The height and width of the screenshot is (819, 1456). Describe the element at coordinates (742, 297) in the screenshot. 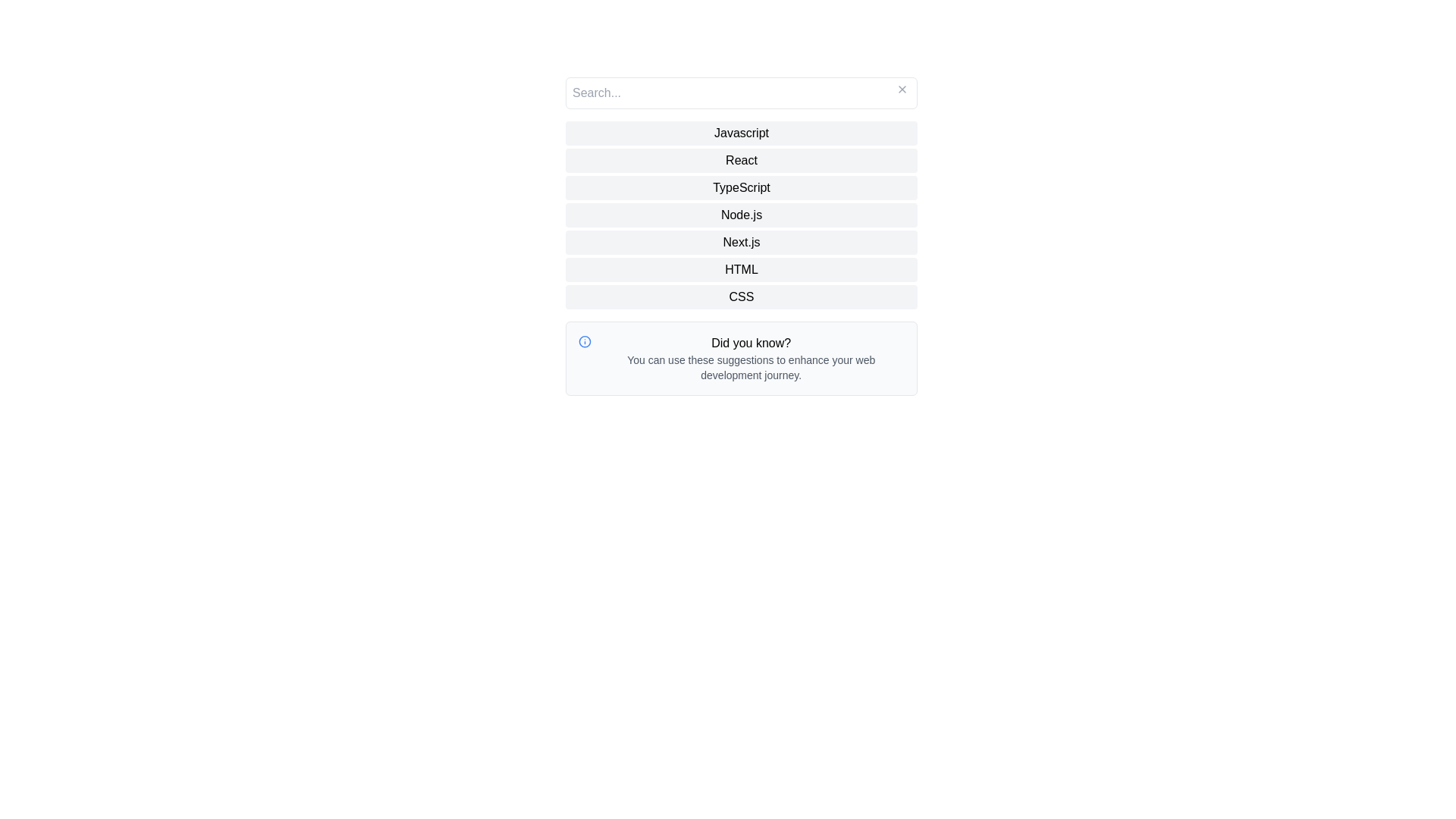

I see `the button at the bottom of the list for CSS` at that location.